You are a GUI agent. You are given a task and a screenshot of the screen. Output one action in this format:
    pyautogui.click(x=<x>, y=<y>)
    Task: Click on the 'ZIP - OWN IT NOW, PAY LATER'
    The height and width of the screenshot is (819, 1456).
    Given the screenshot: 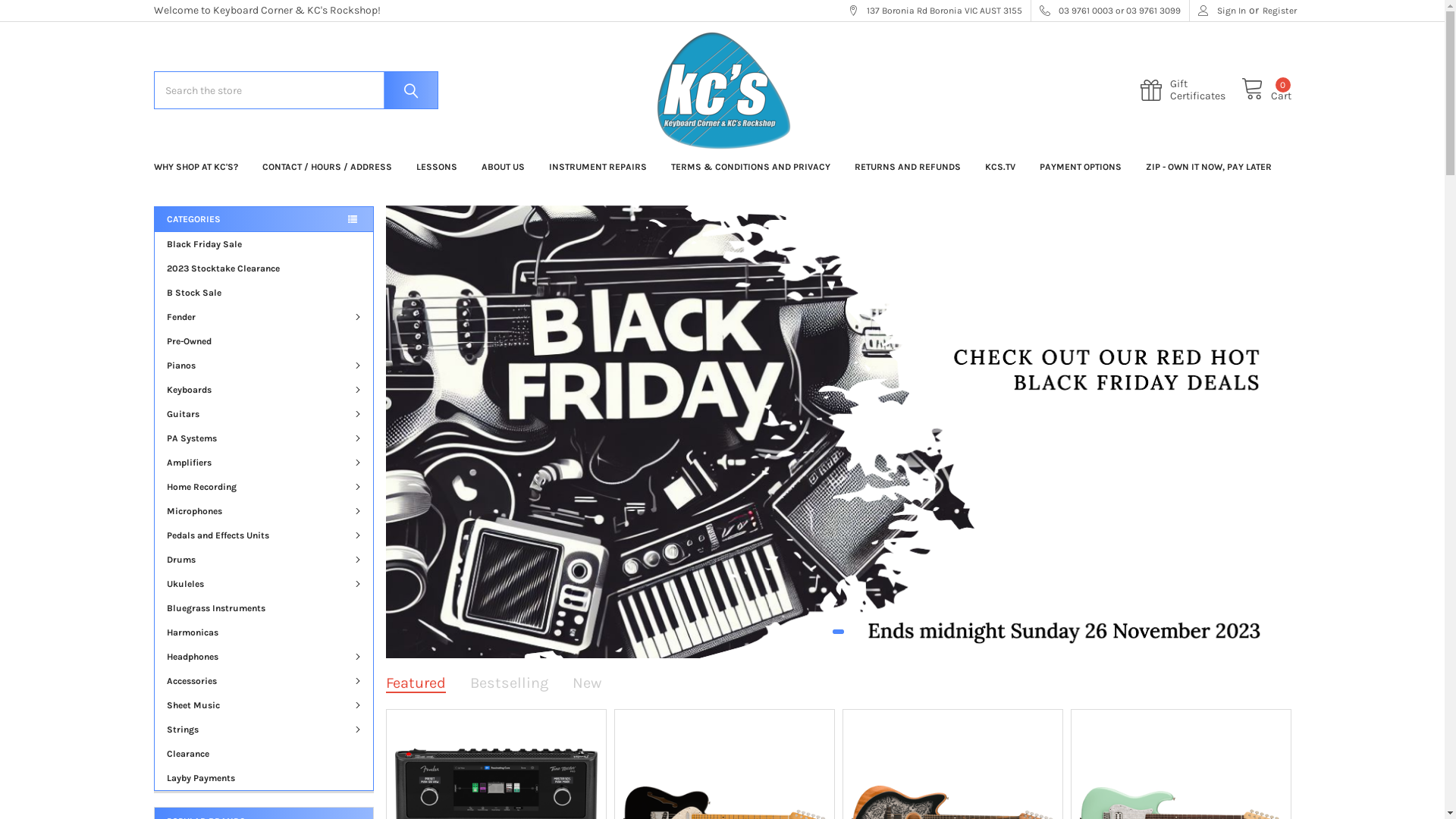 What is the action you would take?
    pyautogui.click(x=1207, y=166)
    